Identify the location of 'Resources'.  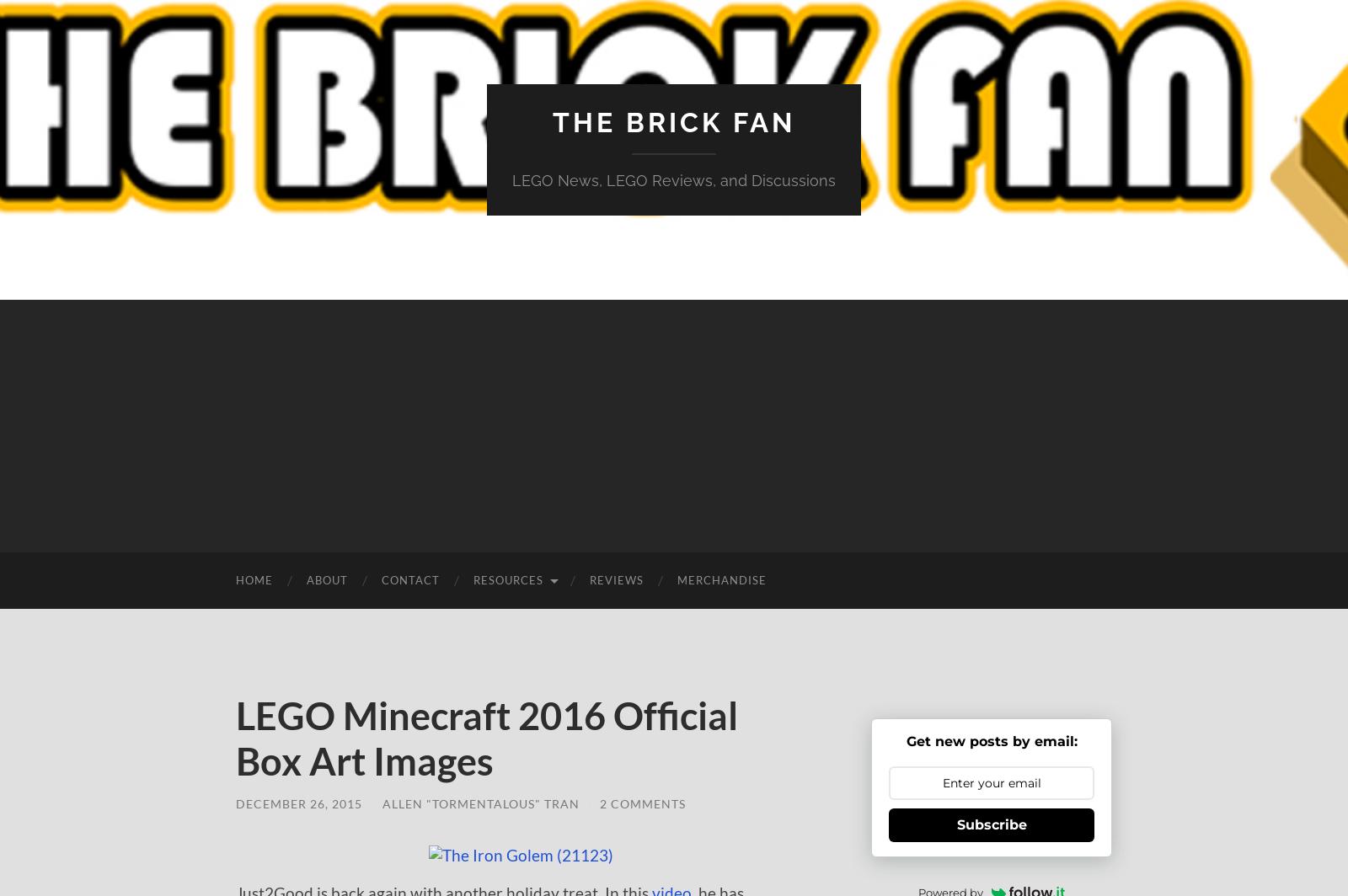
(508, 580).